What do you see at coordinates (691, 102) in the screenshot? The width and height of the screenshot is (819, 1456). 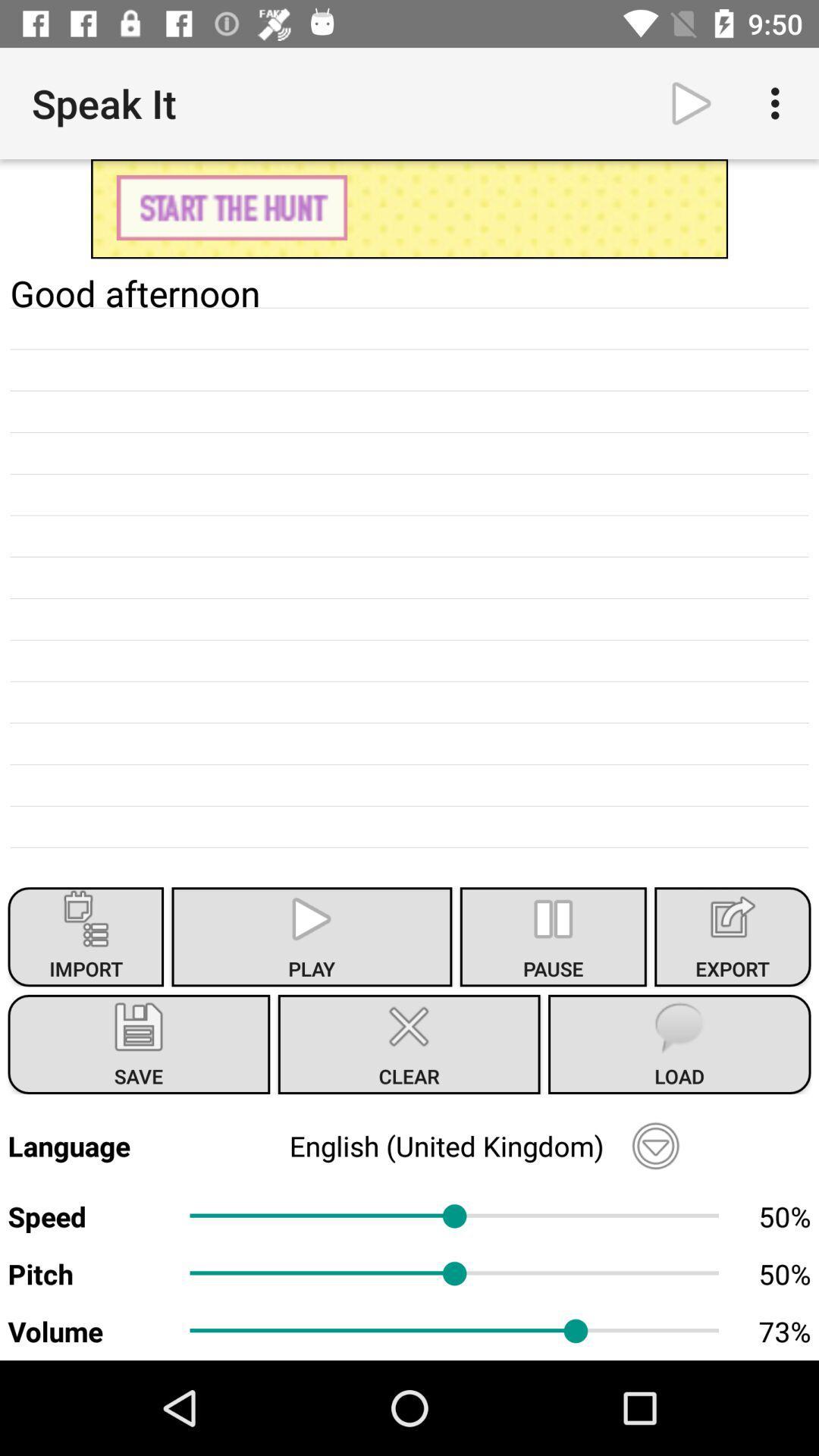 I see `play` at bounding box center [691, 102].